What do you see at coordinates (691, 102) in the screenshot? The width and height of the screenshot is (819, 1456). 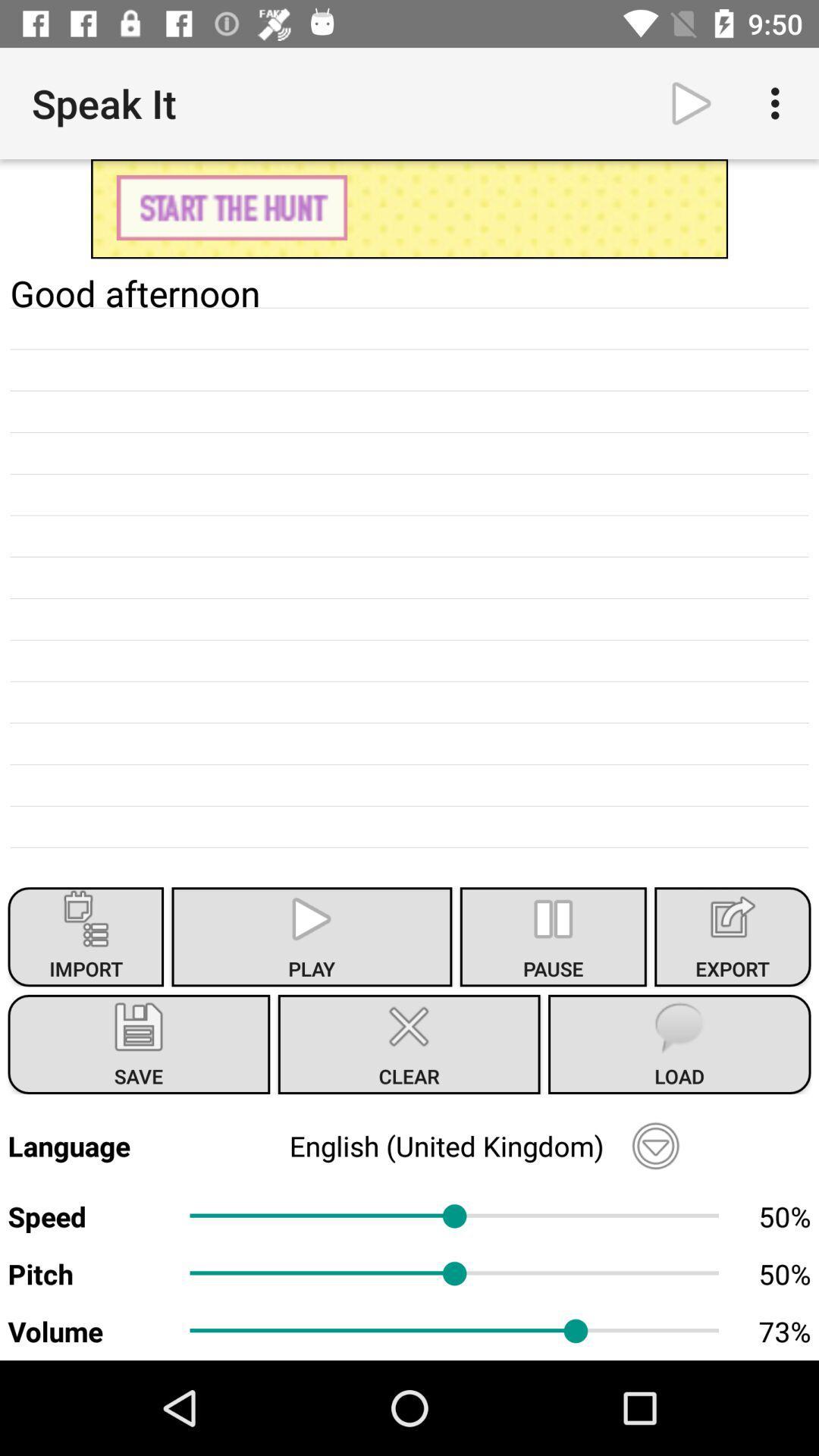 I see `play` at bounding box center [691, 102].